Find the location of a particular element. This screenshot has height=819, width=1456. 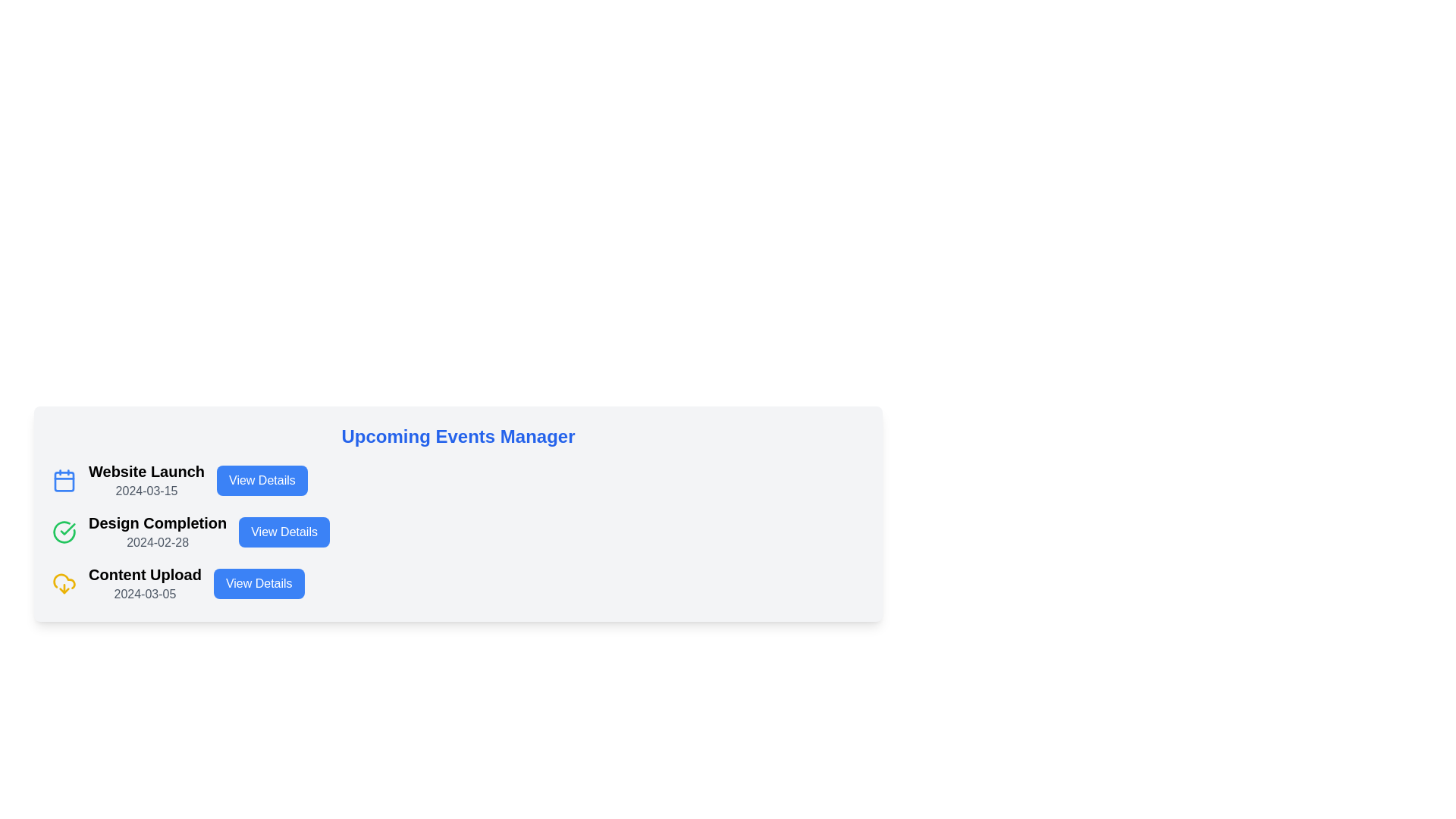

the 'View Details' button with rounded edges and a blue background located at the far right of the 'Design Completion 2024-02-28' row is located at coordinates (284, 532).